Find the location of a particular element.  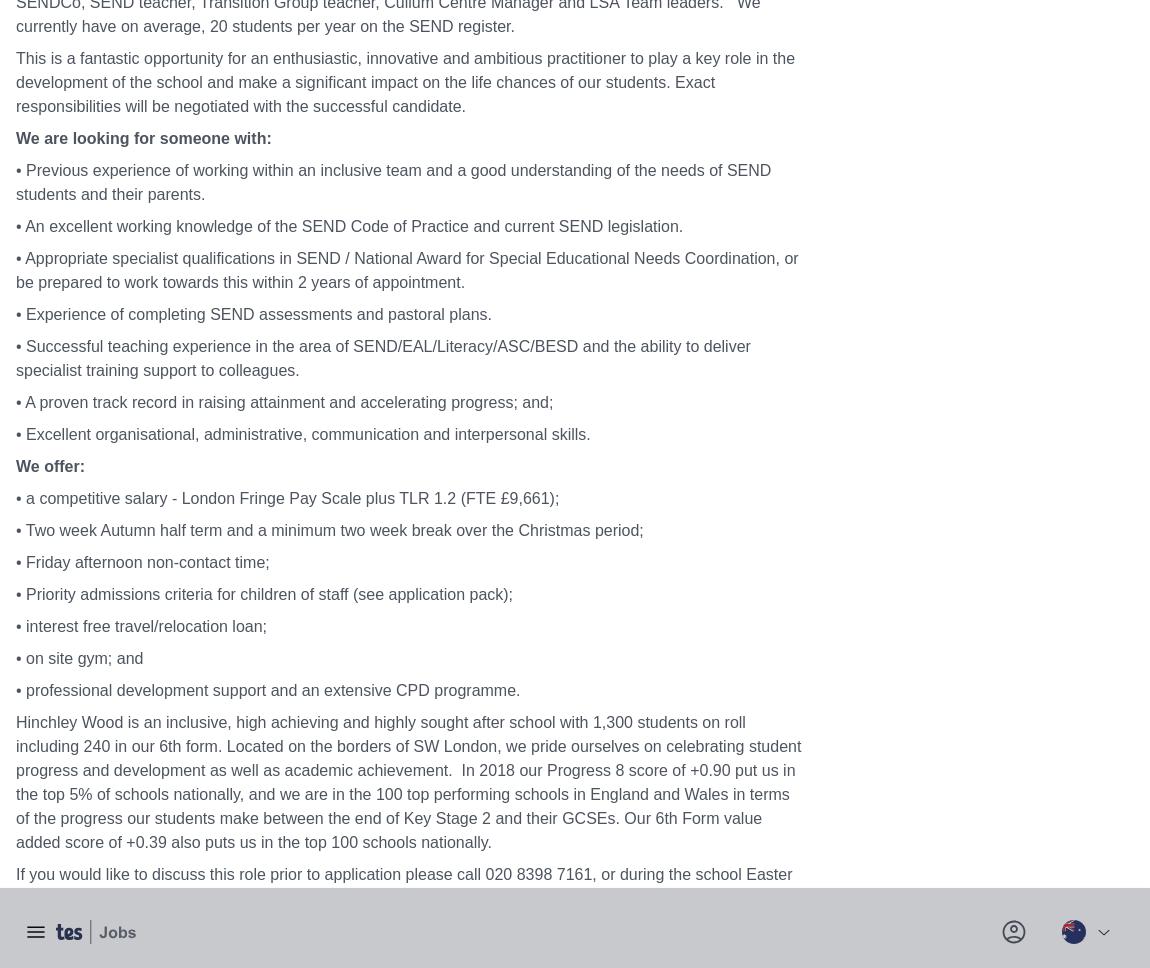

'Schools directory' is located at coordinates (76, 667).